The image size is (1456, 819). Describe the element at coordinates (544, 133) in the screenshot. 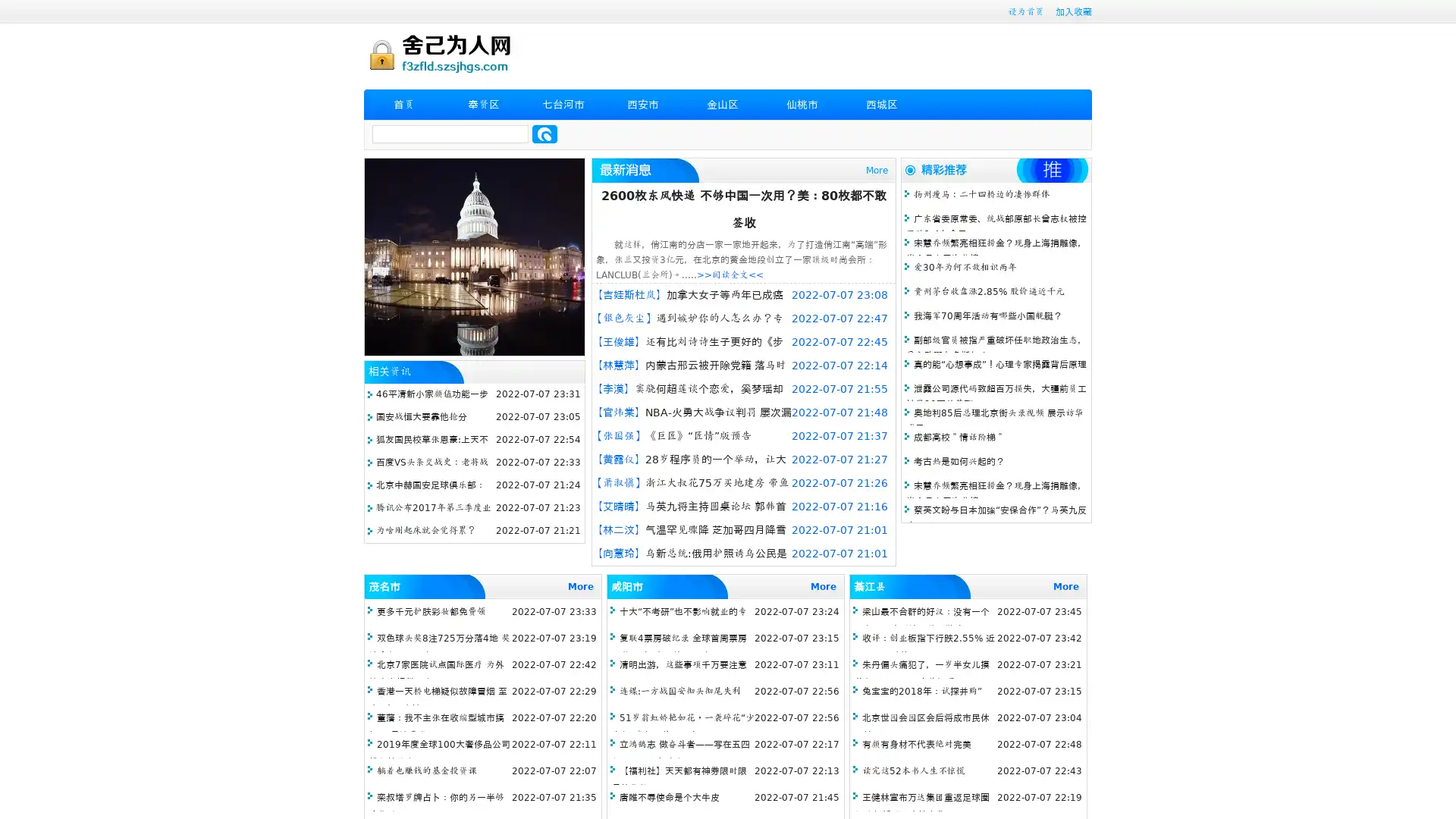

I see `Search` at that location.